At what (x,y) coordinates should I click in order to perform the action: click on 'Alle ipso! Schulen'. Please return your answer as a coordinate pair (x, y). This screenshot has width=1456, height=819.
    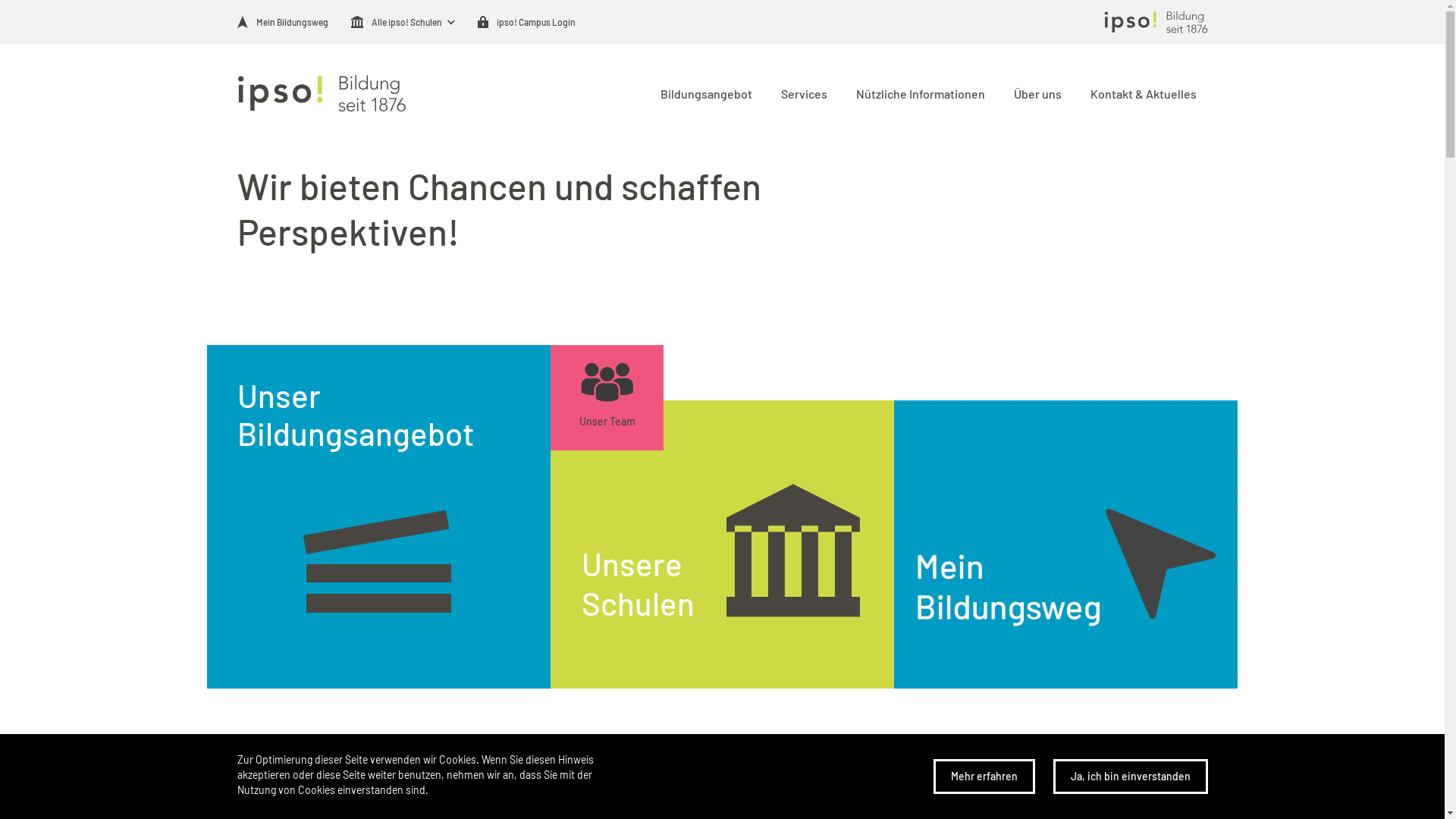
    Looking at the image, I should click on (396, 22).